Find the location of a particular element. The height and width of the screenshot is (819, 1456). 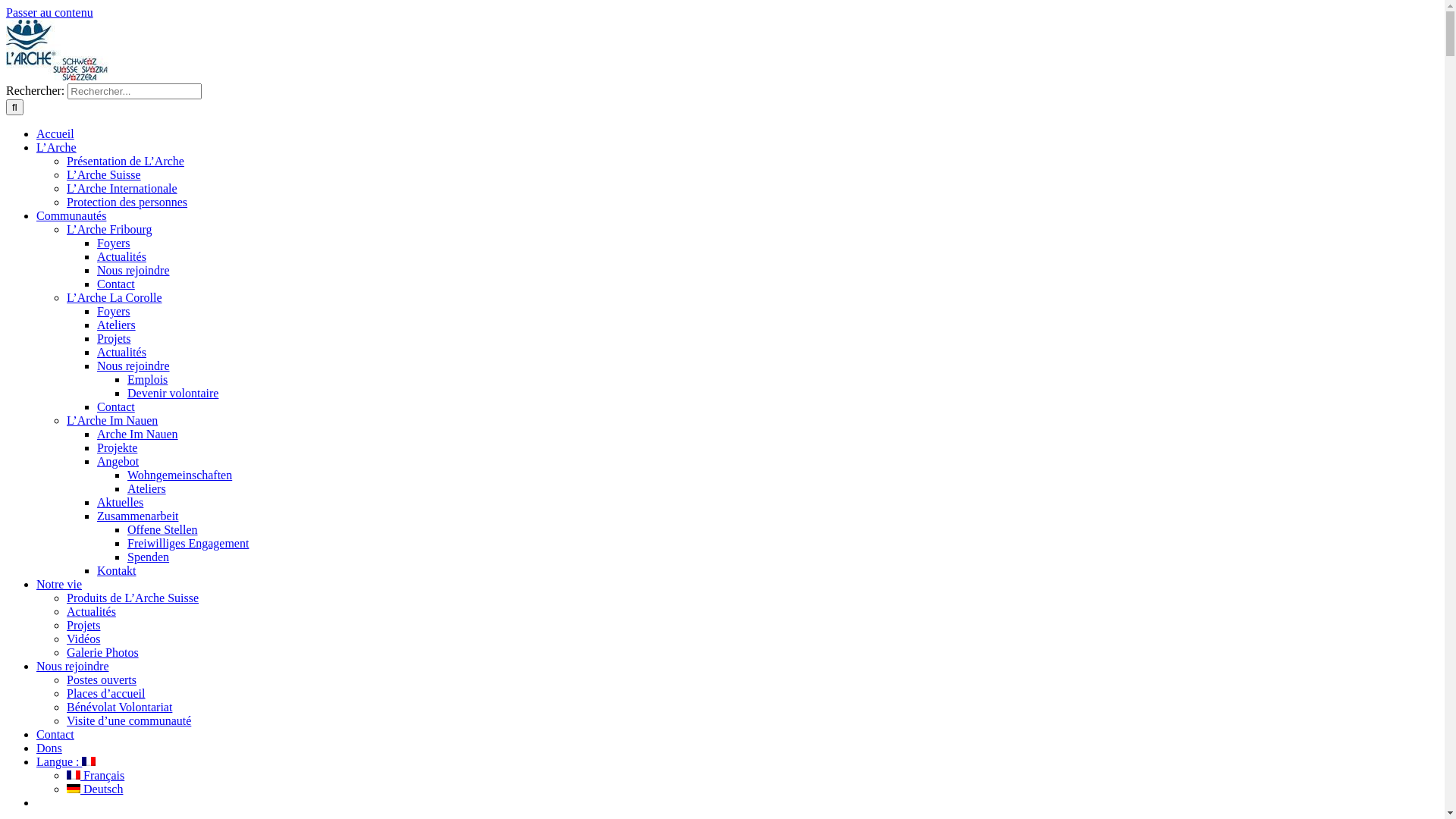

'Zusammenarbeit' is located at coordinates (138, 515).